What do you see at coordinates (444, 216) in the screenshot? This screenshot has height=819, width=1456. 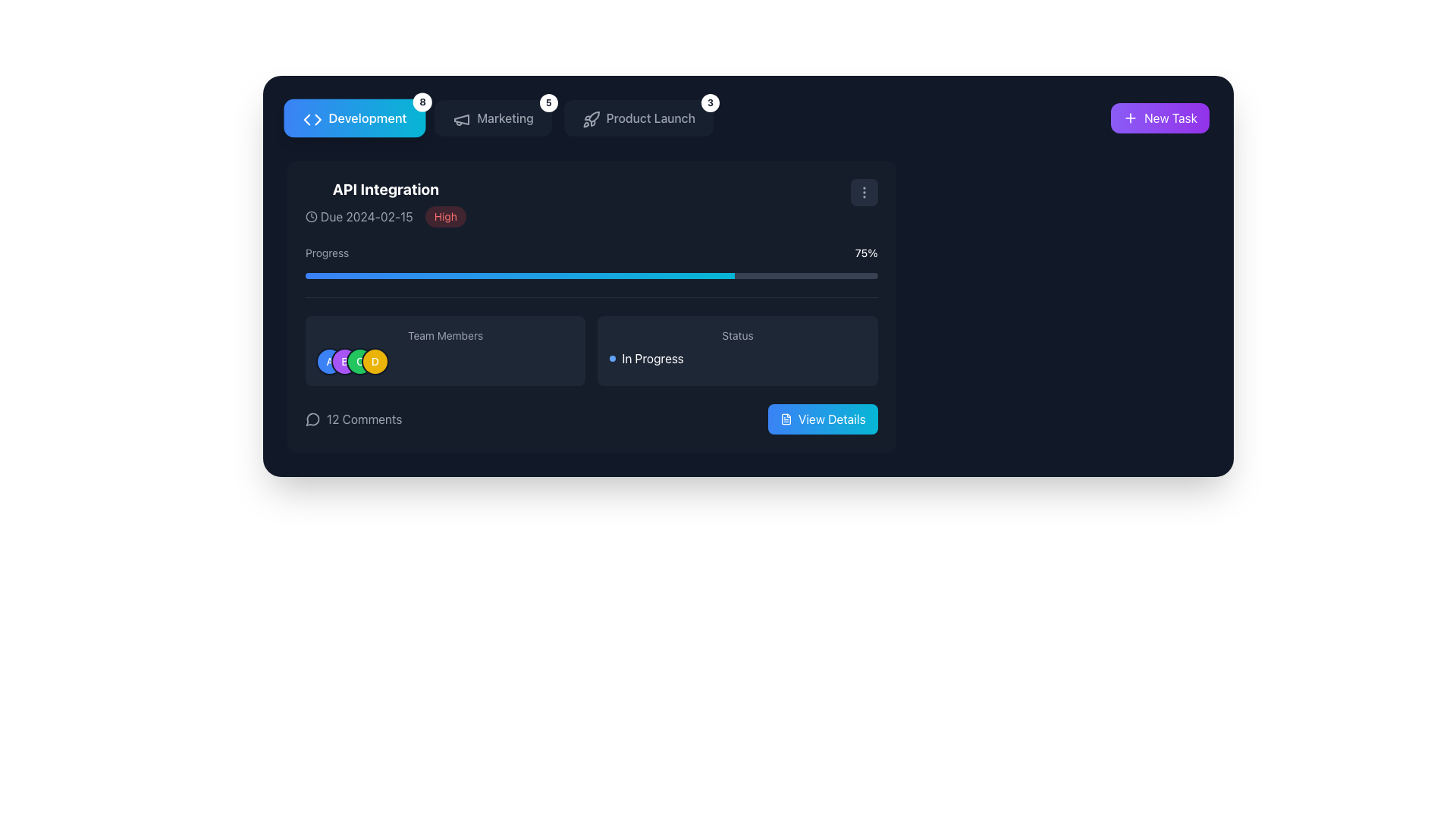 I see `the priority level label in the top-right corner of the task overview box for 'API Integration', which follows the text 'Due 2024-02-15'` at bounding box center [444, 216].